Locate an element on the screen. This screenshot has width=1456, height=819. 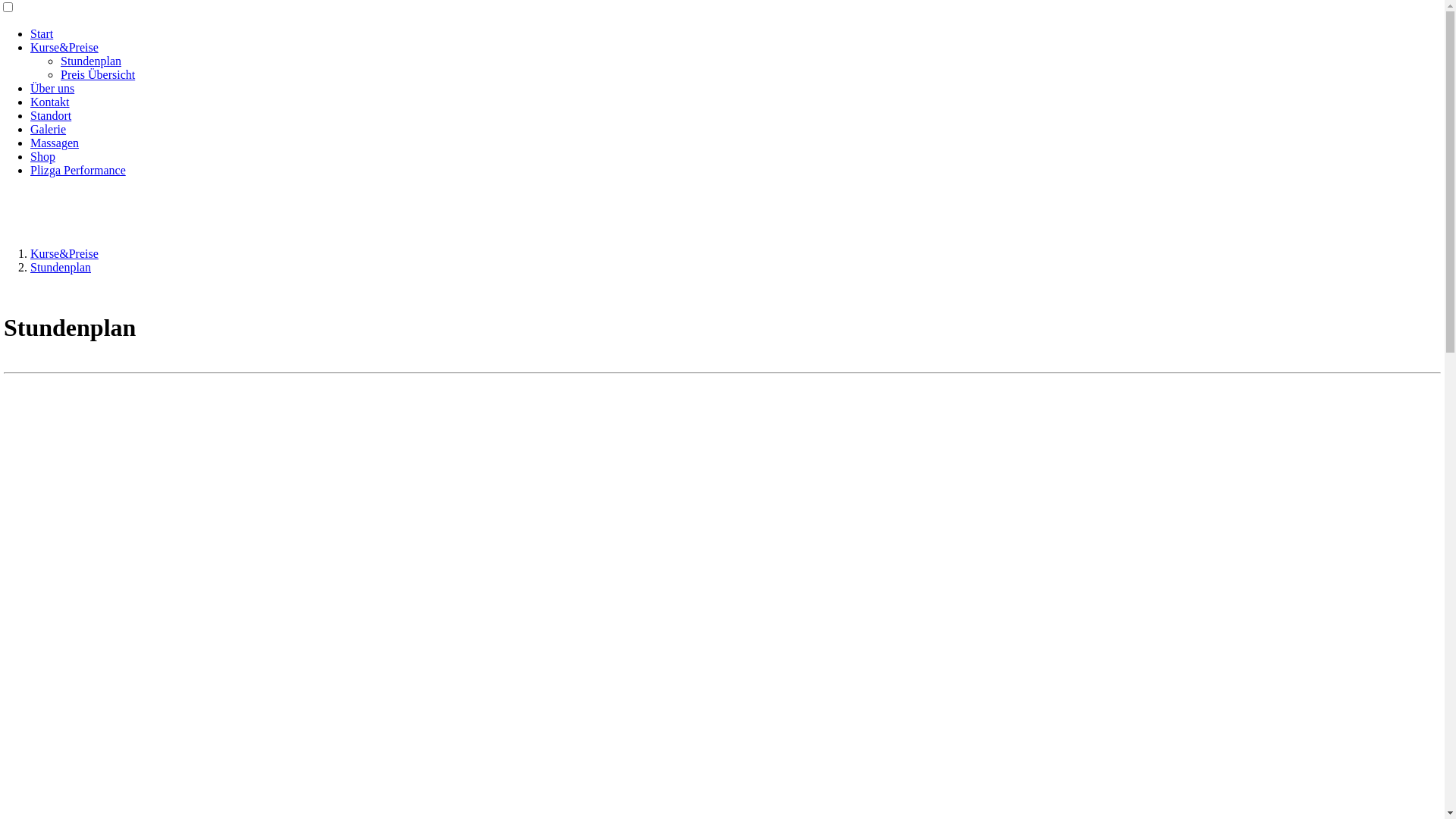
'Galerie' is located at coordinates (48, 128).